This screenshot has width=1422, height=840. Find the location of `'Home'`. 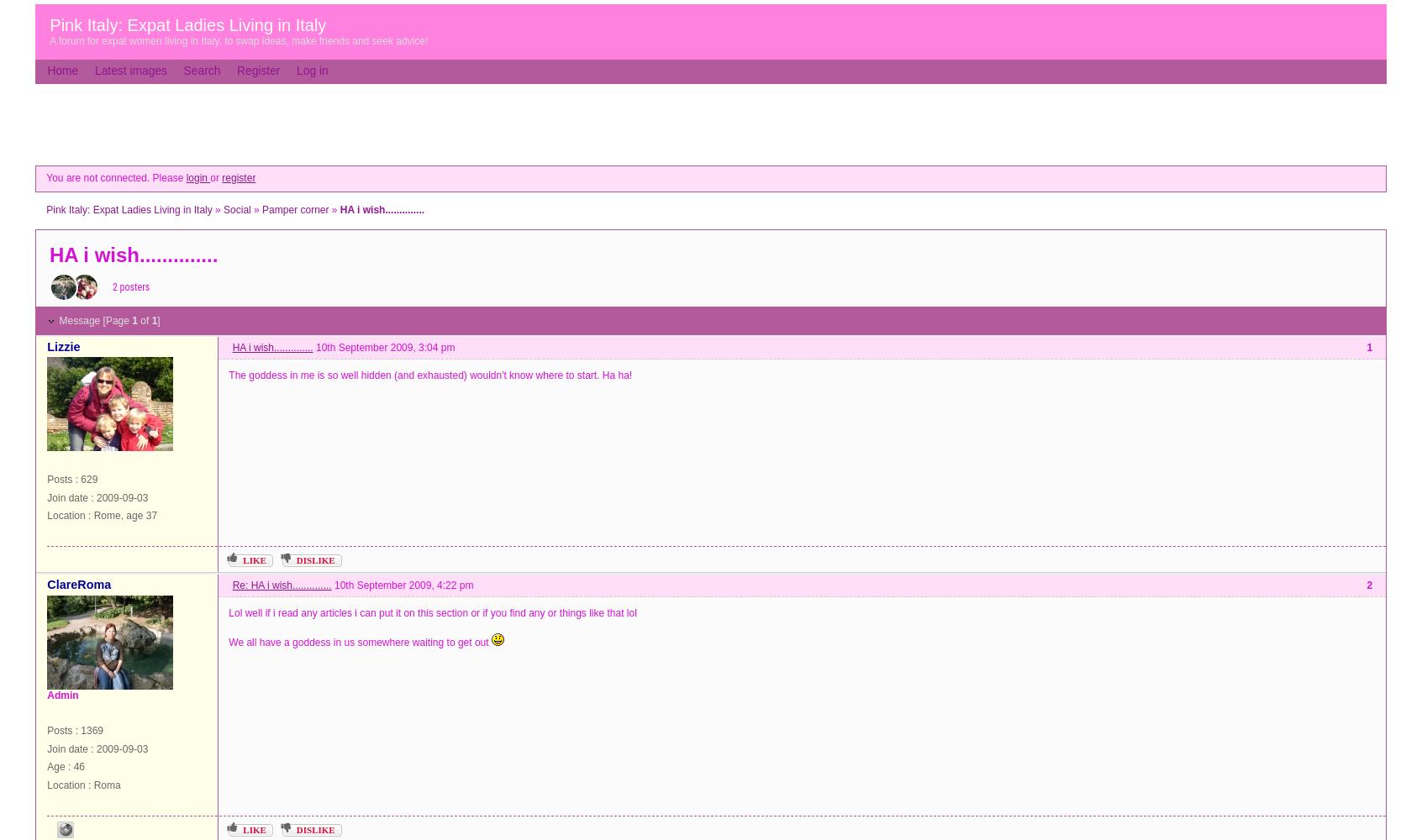

'Home' is located at coordinates (62, 69).